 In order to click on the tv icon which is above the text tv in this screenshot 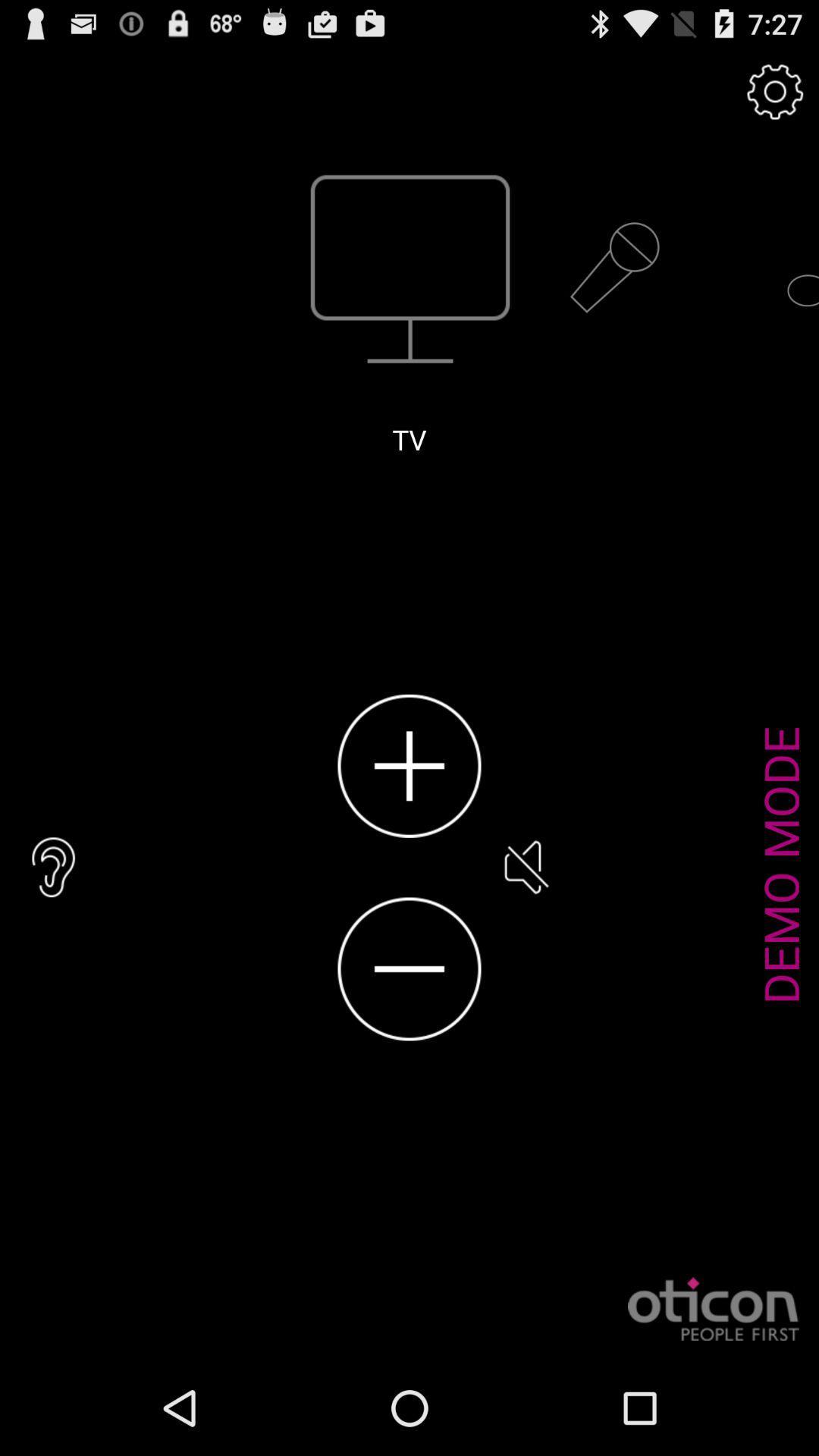, I will do `click(409, 268)`.